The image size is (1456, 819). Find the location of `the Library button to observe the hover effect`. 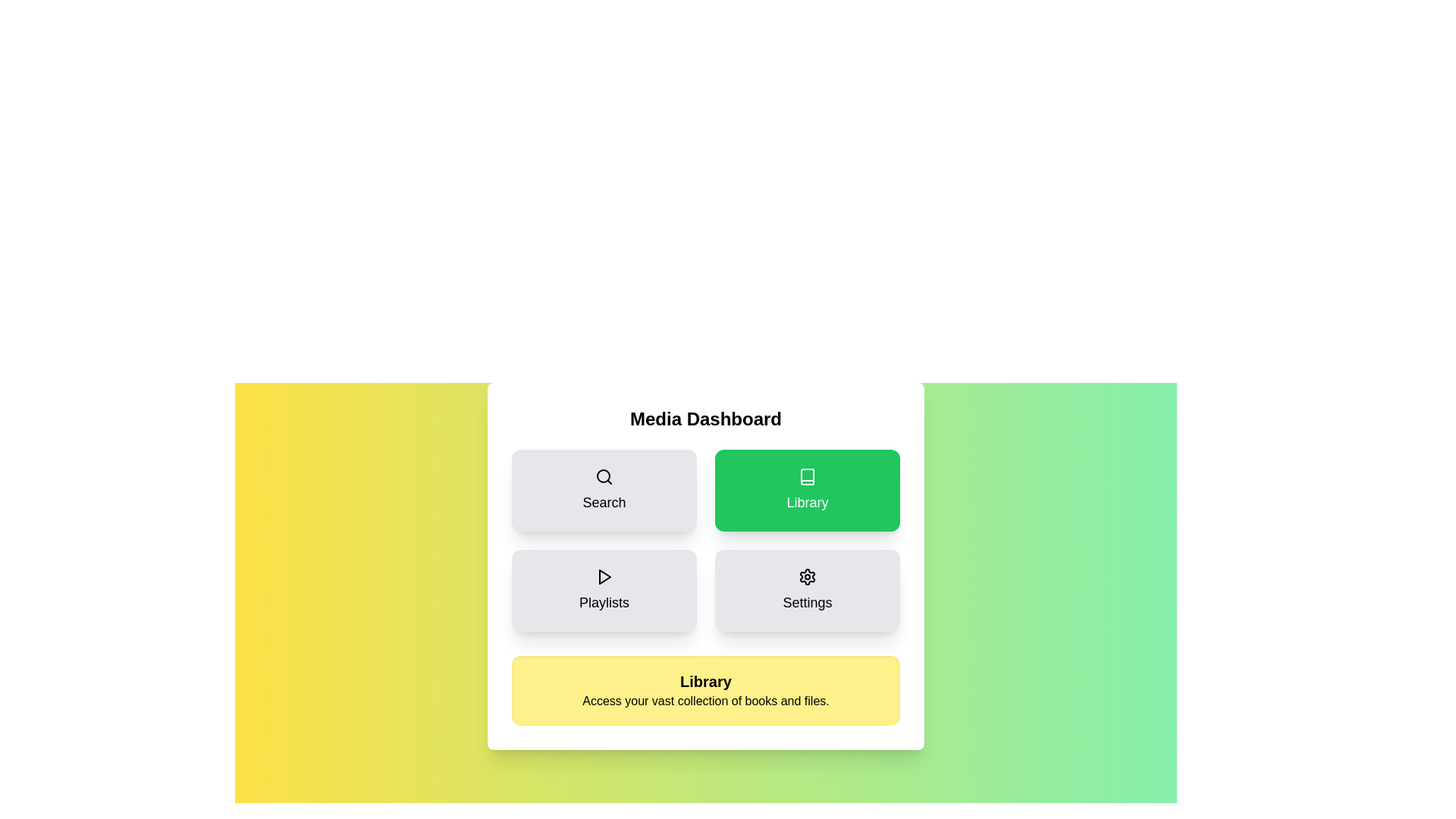

the Library button to observe the hover effect is located at coordinates (807, 491).